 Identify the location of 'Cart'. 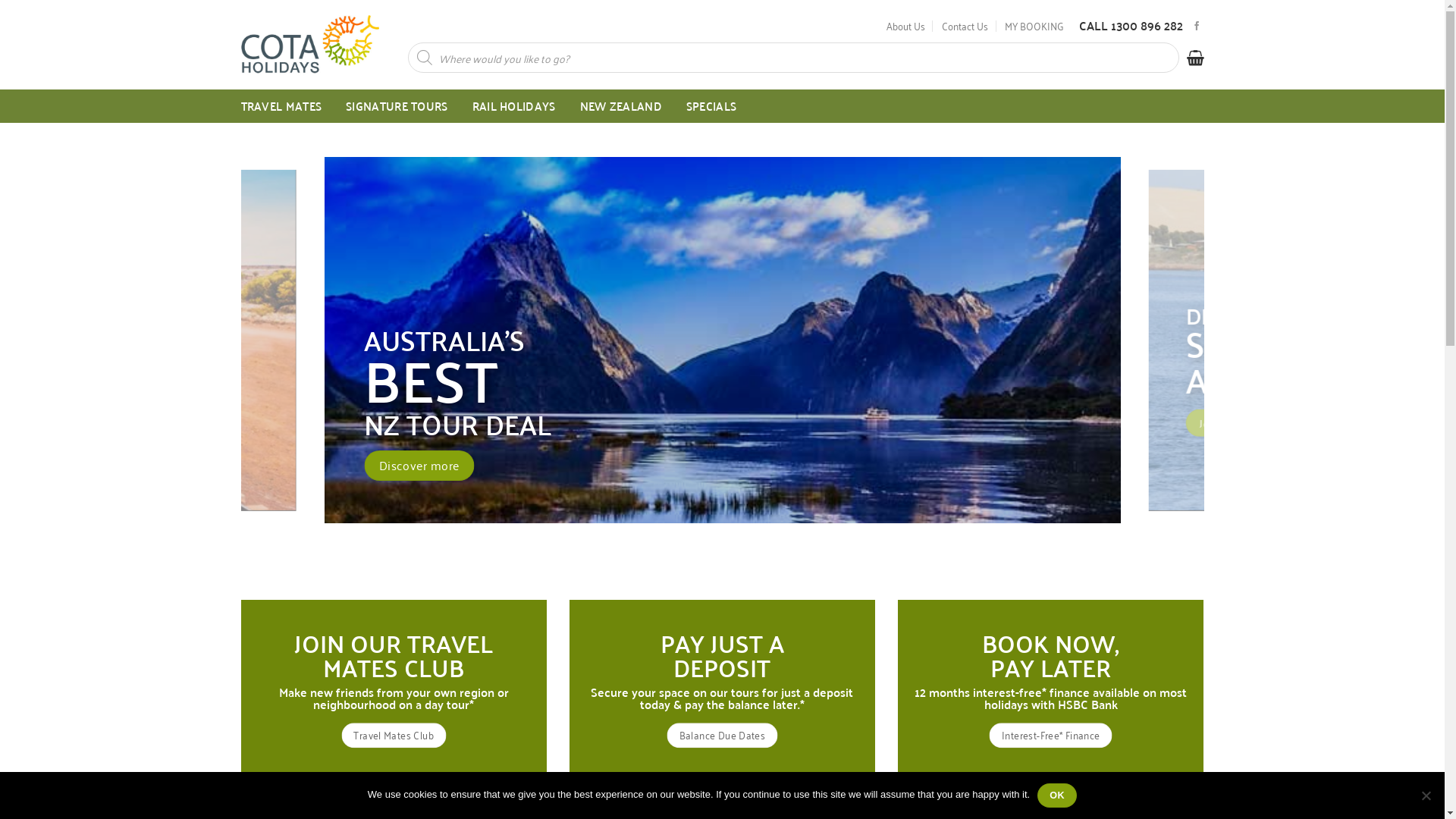
(1194, 57).